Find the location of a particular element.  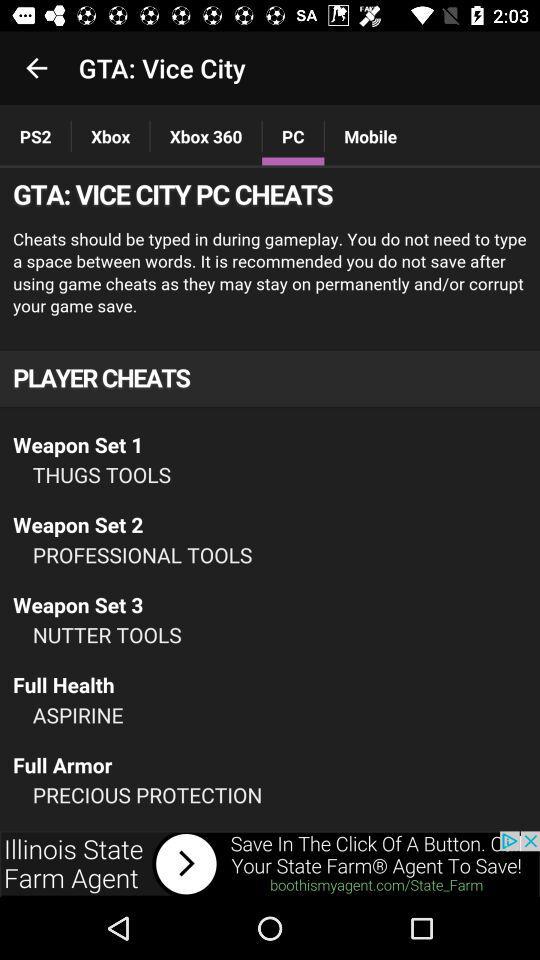

advertisement area is located at coordinates (270, 863).